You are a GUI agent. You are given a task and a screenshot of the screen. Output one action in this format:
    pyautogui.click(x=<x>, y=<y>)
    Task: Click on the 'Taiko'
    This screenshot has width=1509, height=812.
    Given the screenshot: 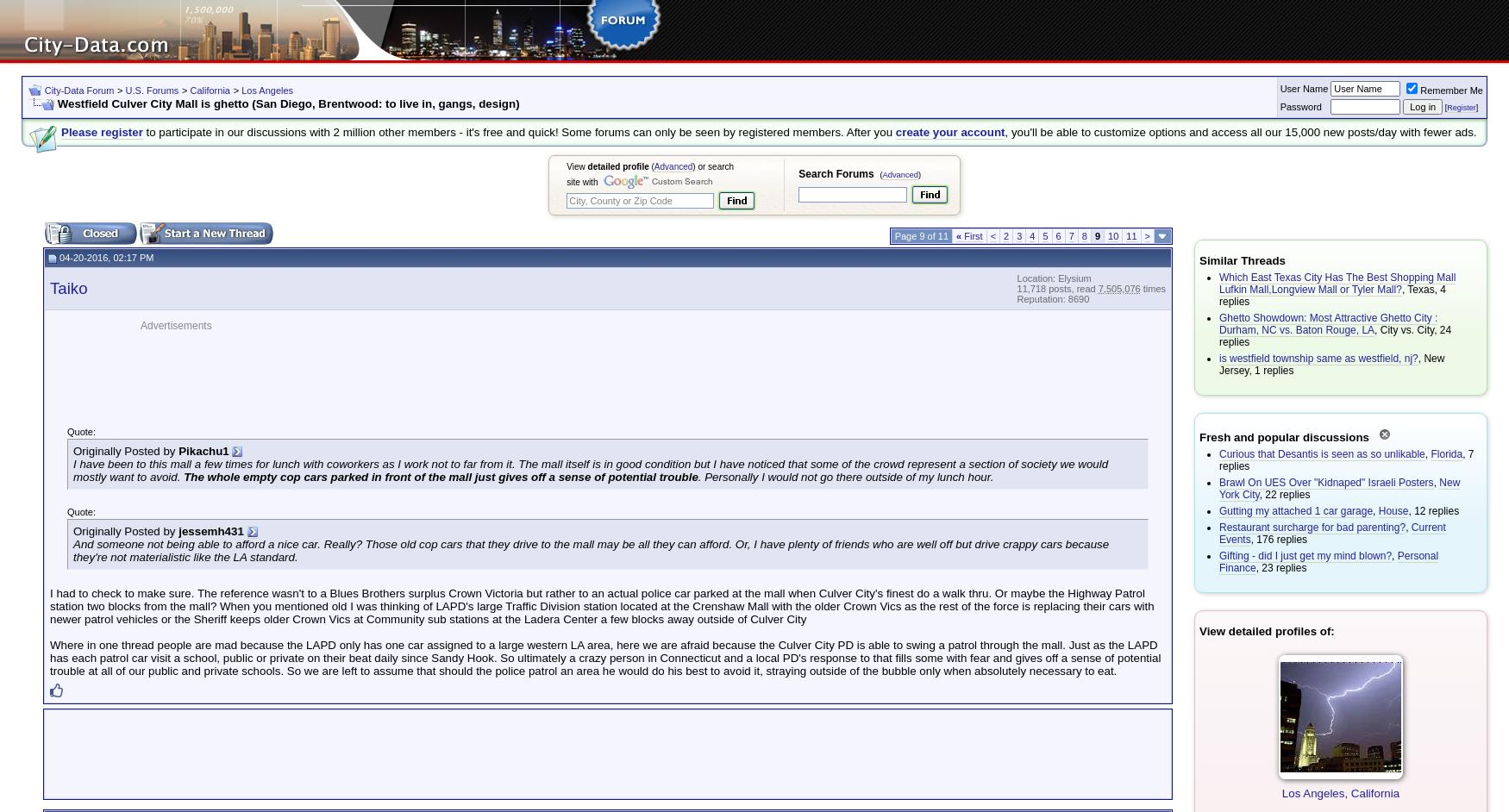 What is the action you would take?
    pyautogui.click(x=48, y=286)
    